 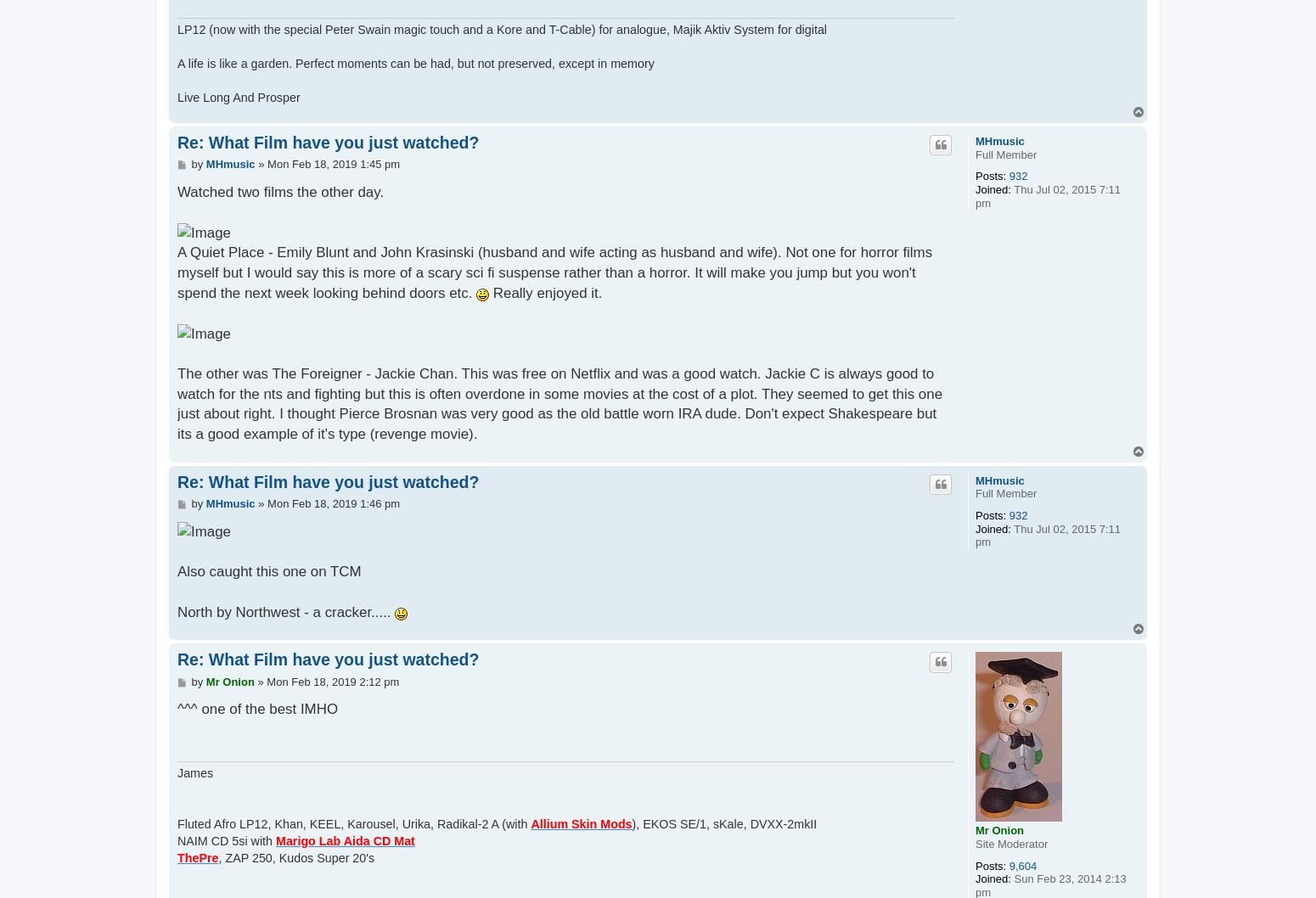 I want to click on 'Fluted Afro LP12, Khan, KEEL, Karousel, Urika, Radikal-2 A (with', so click(x=353, y=822).